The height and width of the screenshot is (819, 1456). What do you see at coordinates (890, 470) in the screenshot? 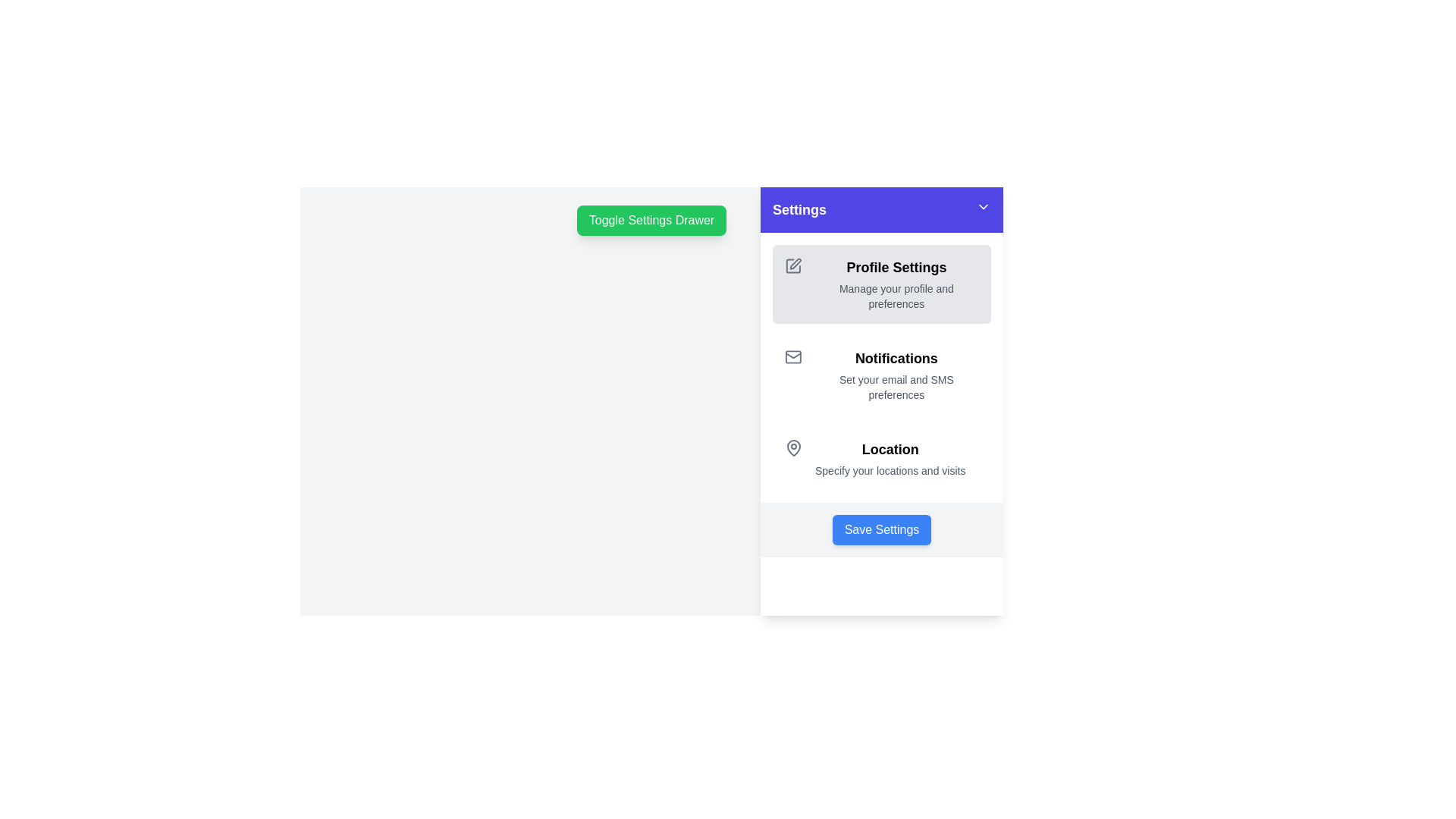
I see `the descriptive text located as the second line under the 'Location' heading in the settings menu` at bounding box center [890, 470].